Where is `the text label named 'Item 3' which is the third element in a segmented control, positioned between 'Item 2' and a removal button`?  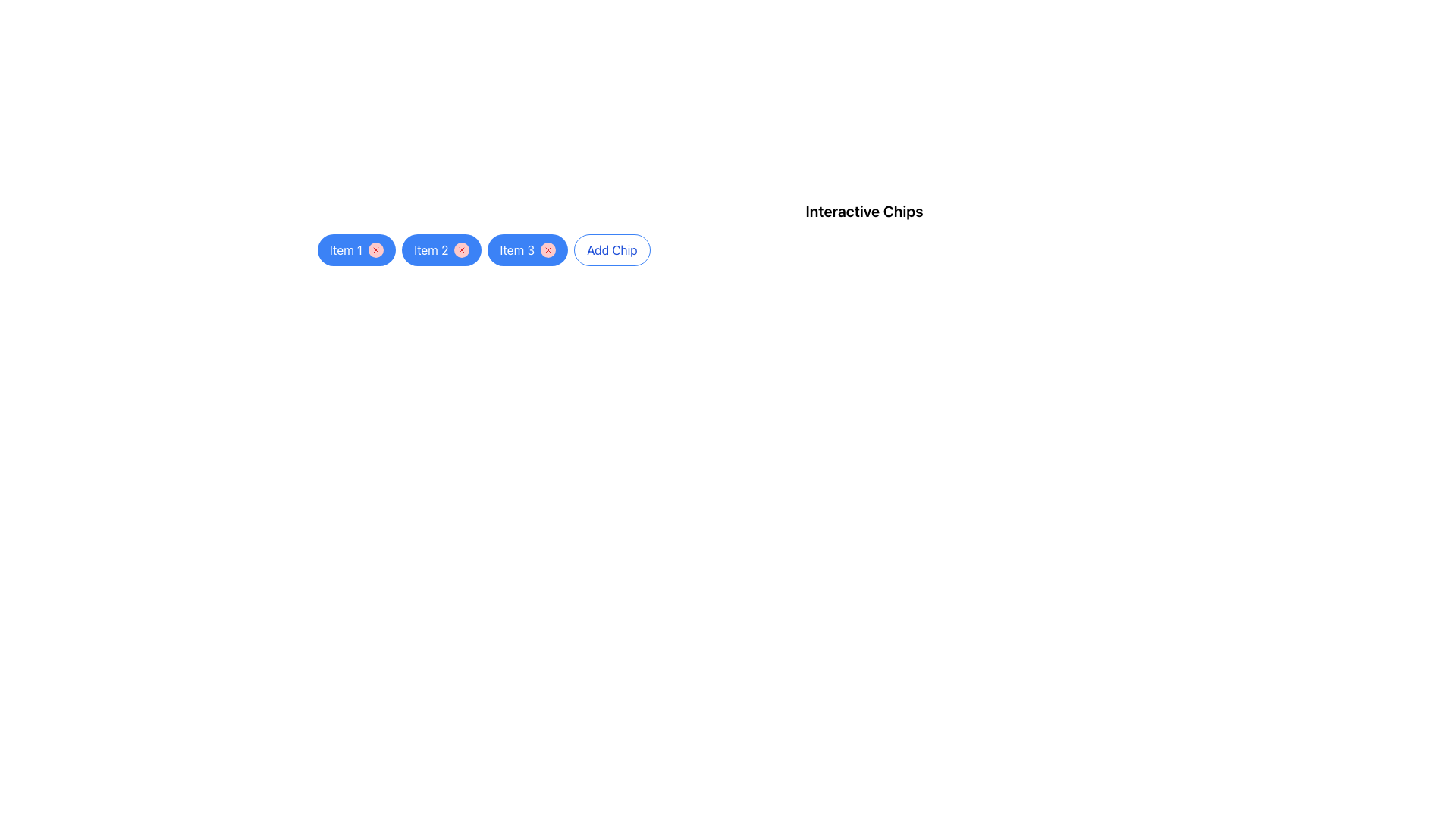 the text label named 'Item 3' which is the third element in a segmented control, positioned between 'Item 2' and a removal button is located at coordinates (517, 249).